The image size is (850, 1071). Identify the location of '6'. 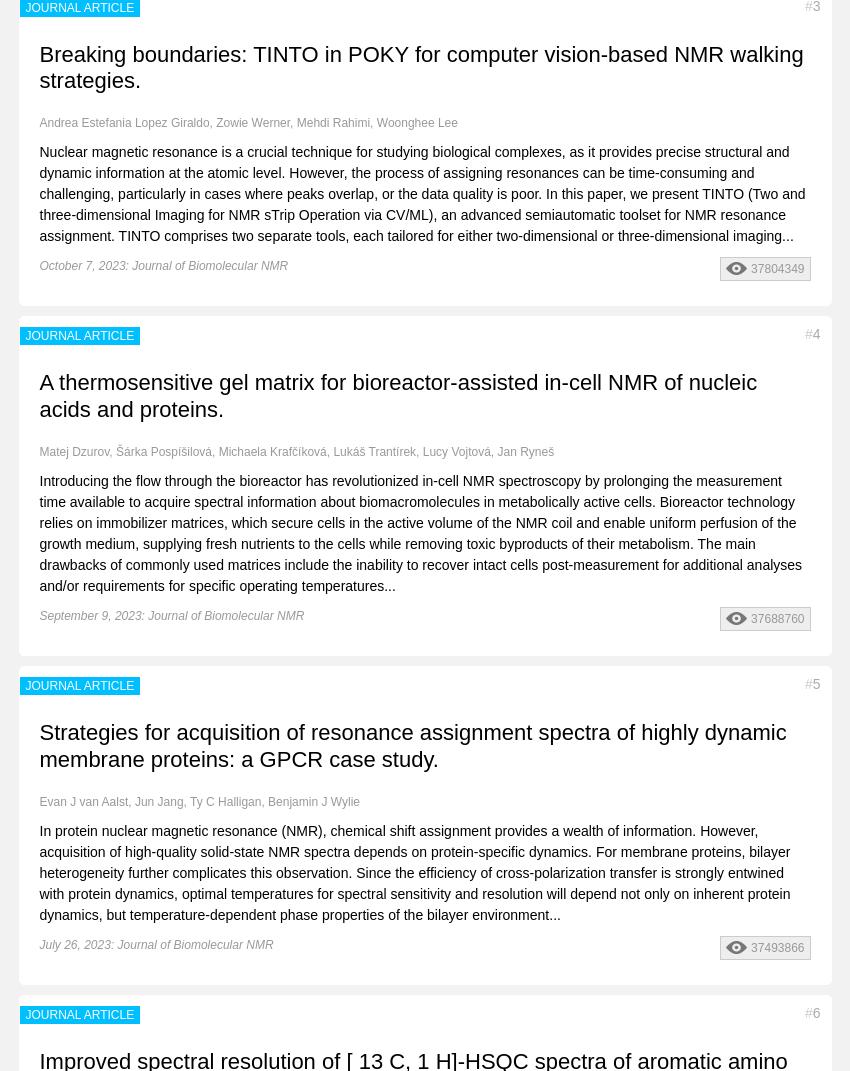
(816, 1011).